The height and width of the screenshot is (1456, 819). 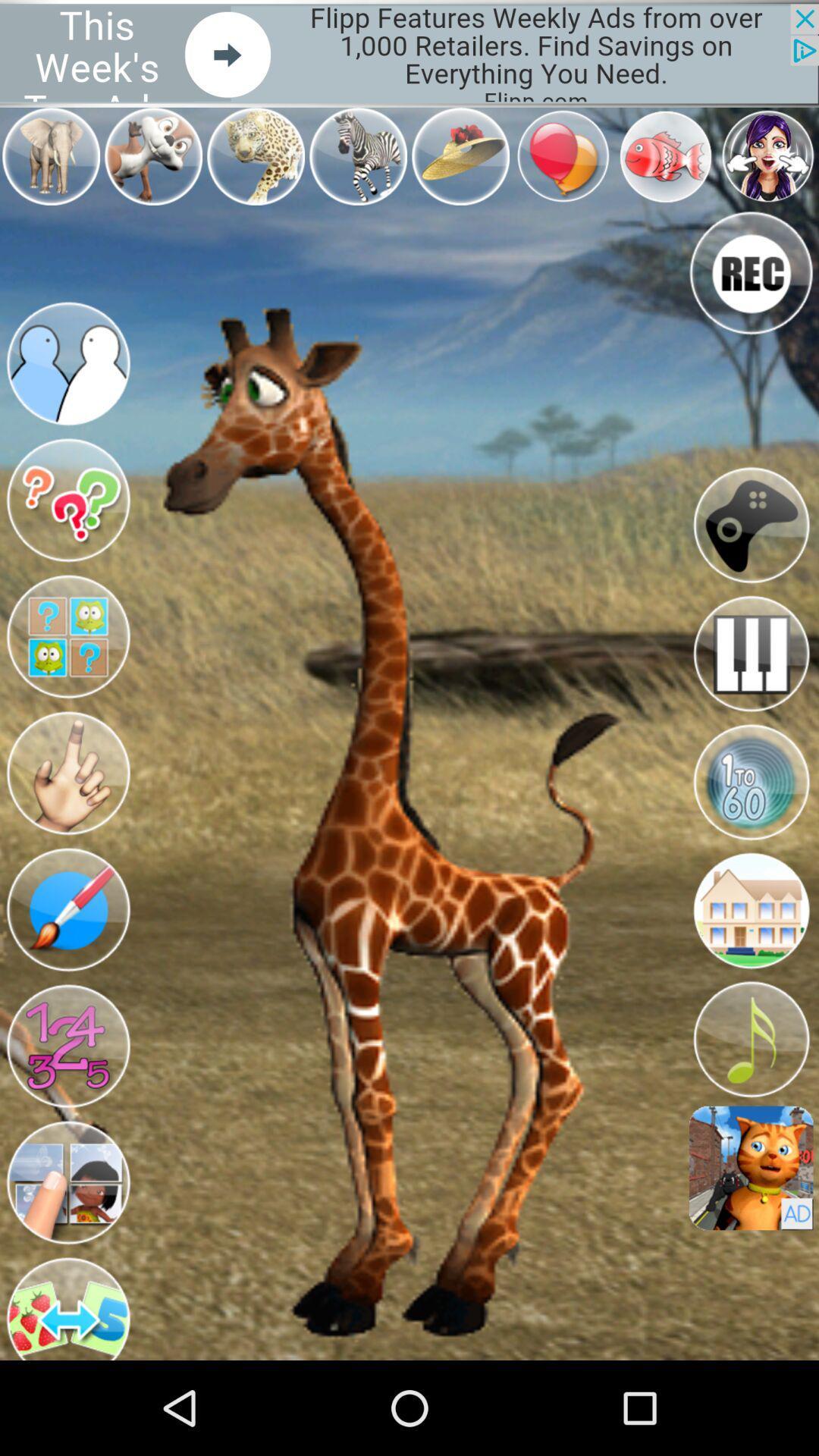 I want to click on the avatar icon, so click(x=67, y=1266).